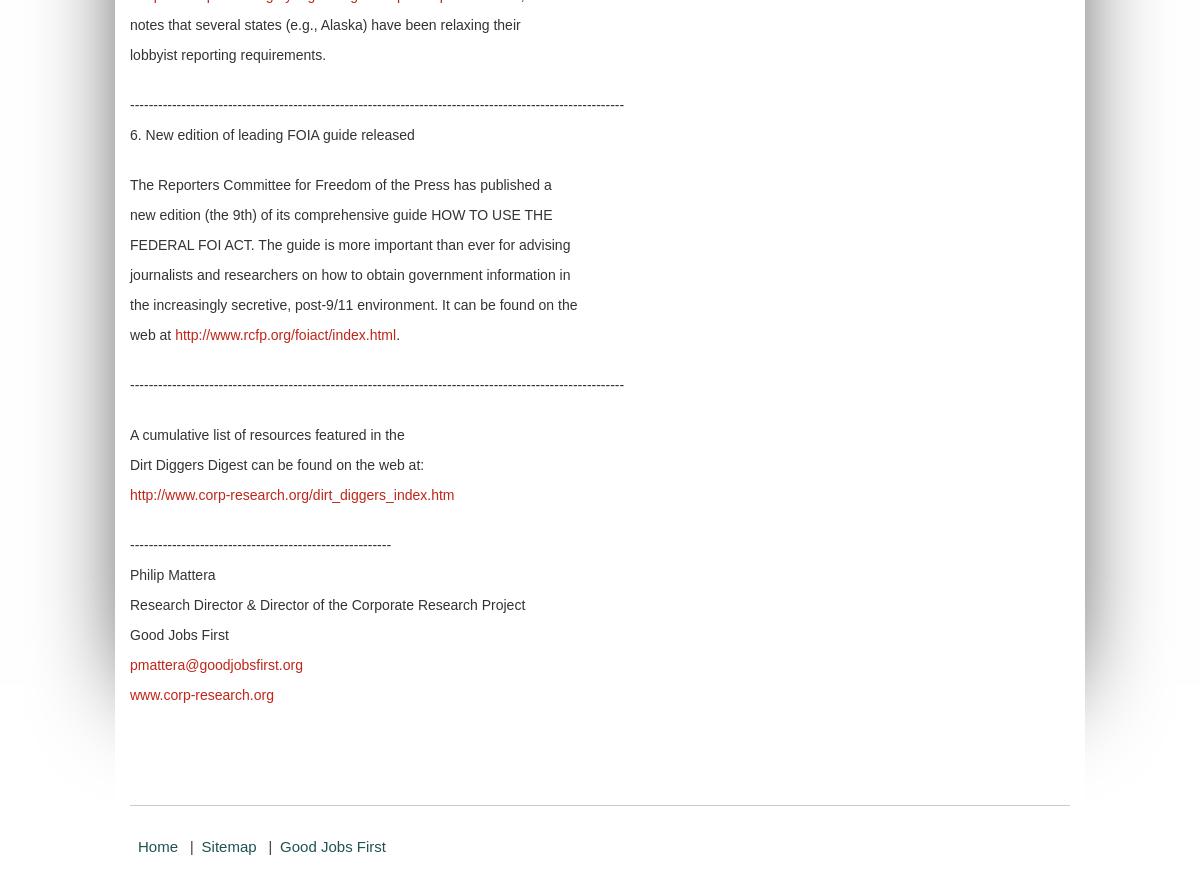  Describe the element at coordinates (340, 182) in the screenshot. I see `'The Reporters Committee for Freedom of the Press has published a'` at that location.